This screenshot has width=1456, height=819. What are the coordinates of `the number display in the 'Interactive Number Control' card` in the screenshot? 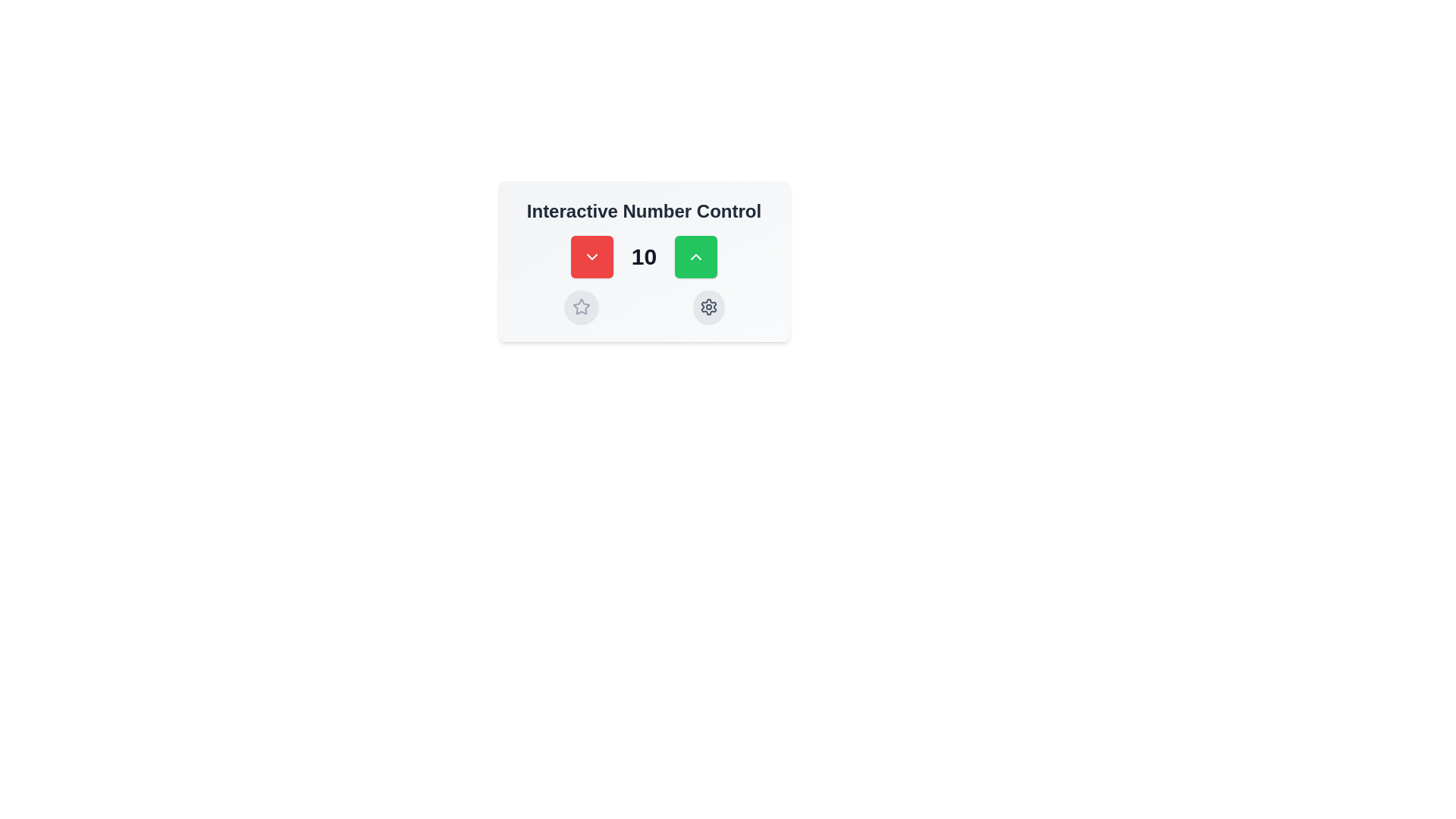 It's located at (644, 256).